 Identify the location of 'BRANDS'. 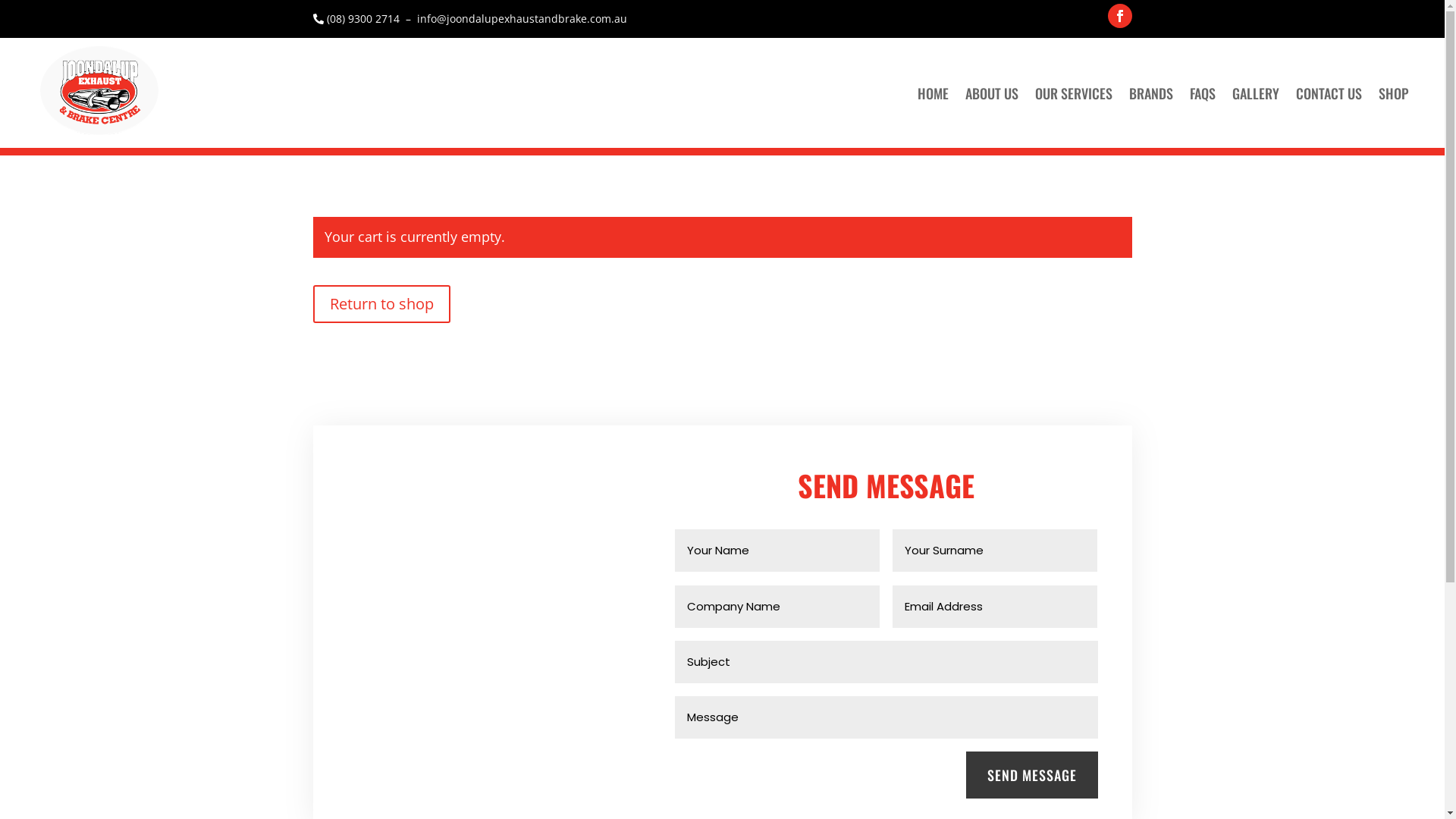
(1150, 93).